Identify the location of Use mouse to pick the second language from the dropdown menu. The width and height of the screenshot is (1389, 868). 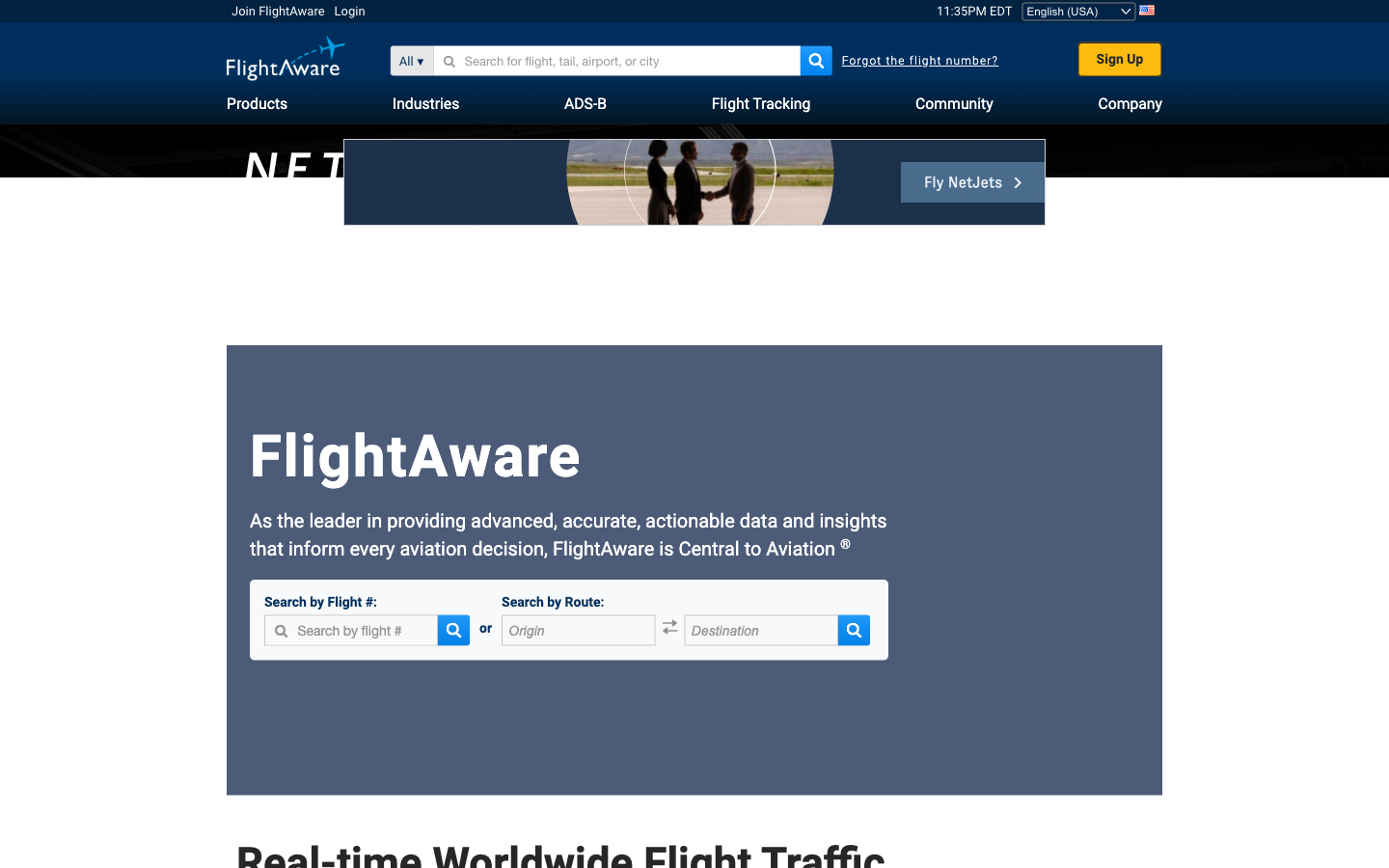
(1078, 10).